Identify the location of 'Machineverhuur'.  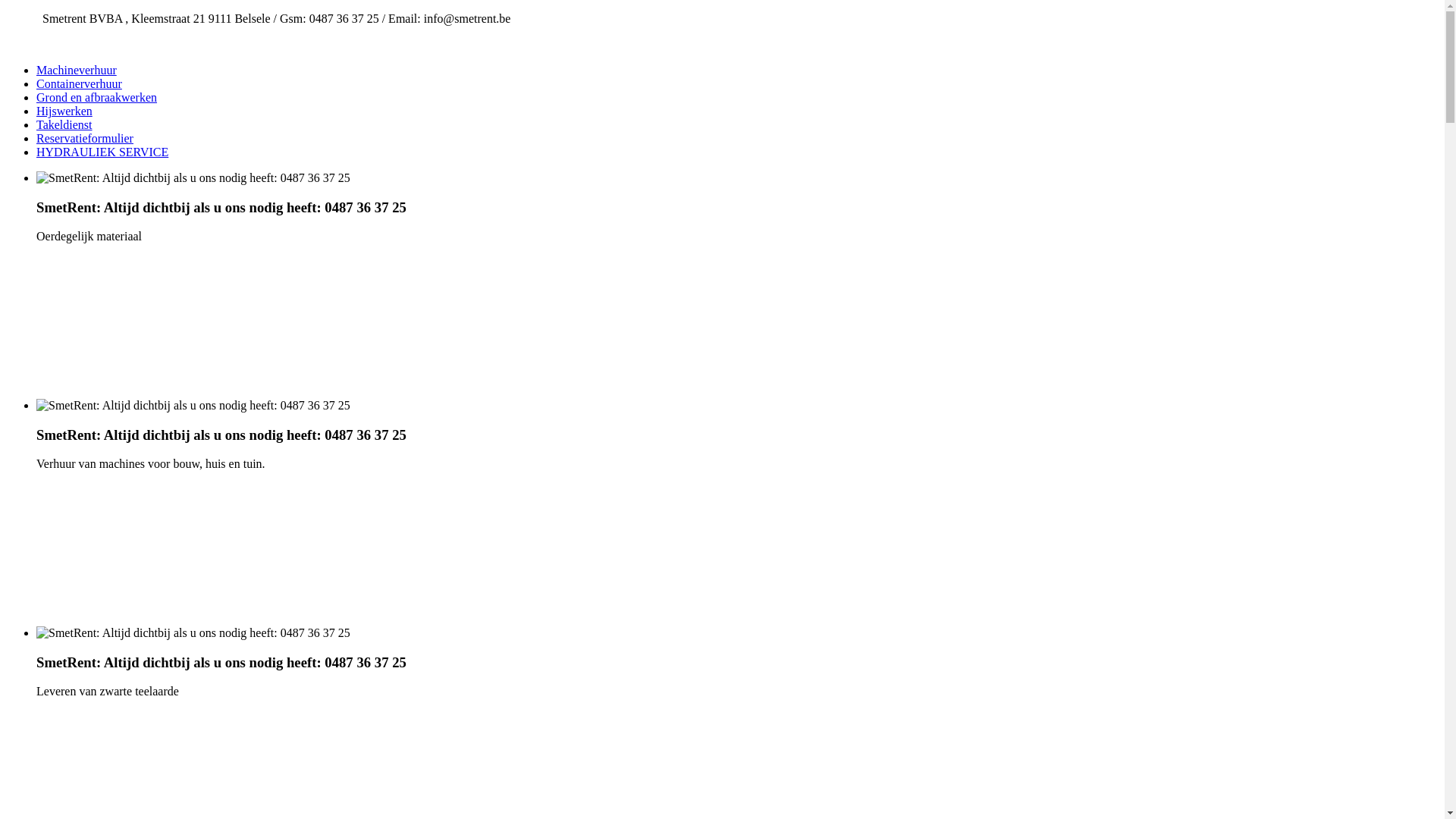
(75, 70).